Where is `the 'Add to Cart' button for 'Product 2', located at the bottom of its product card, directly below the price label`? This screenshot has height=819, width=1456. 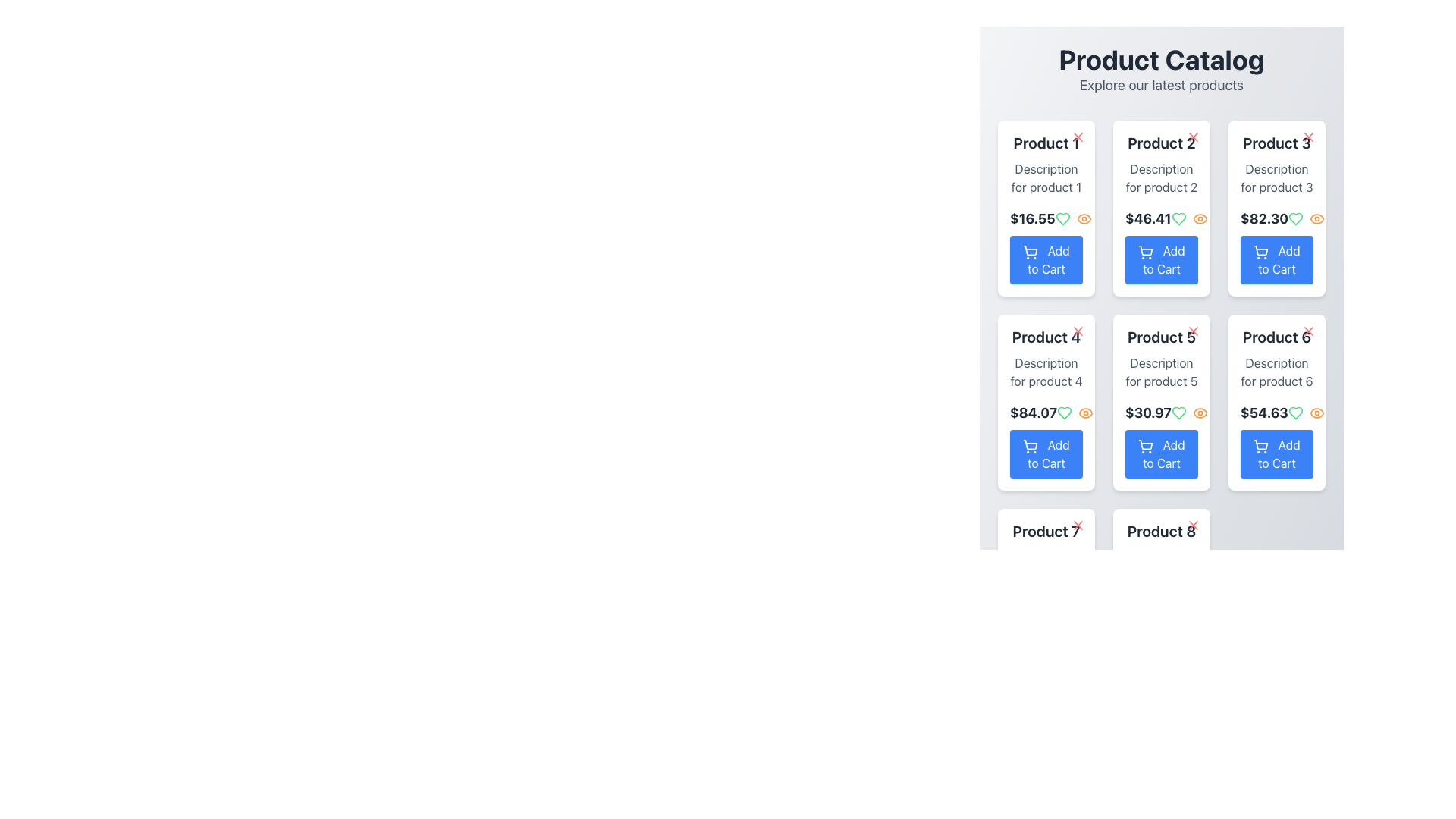
the 'Add to Cart' button for 'Product 2', located at the bottom of its product card, directly below the price label is located at coordinates (1160, 259).